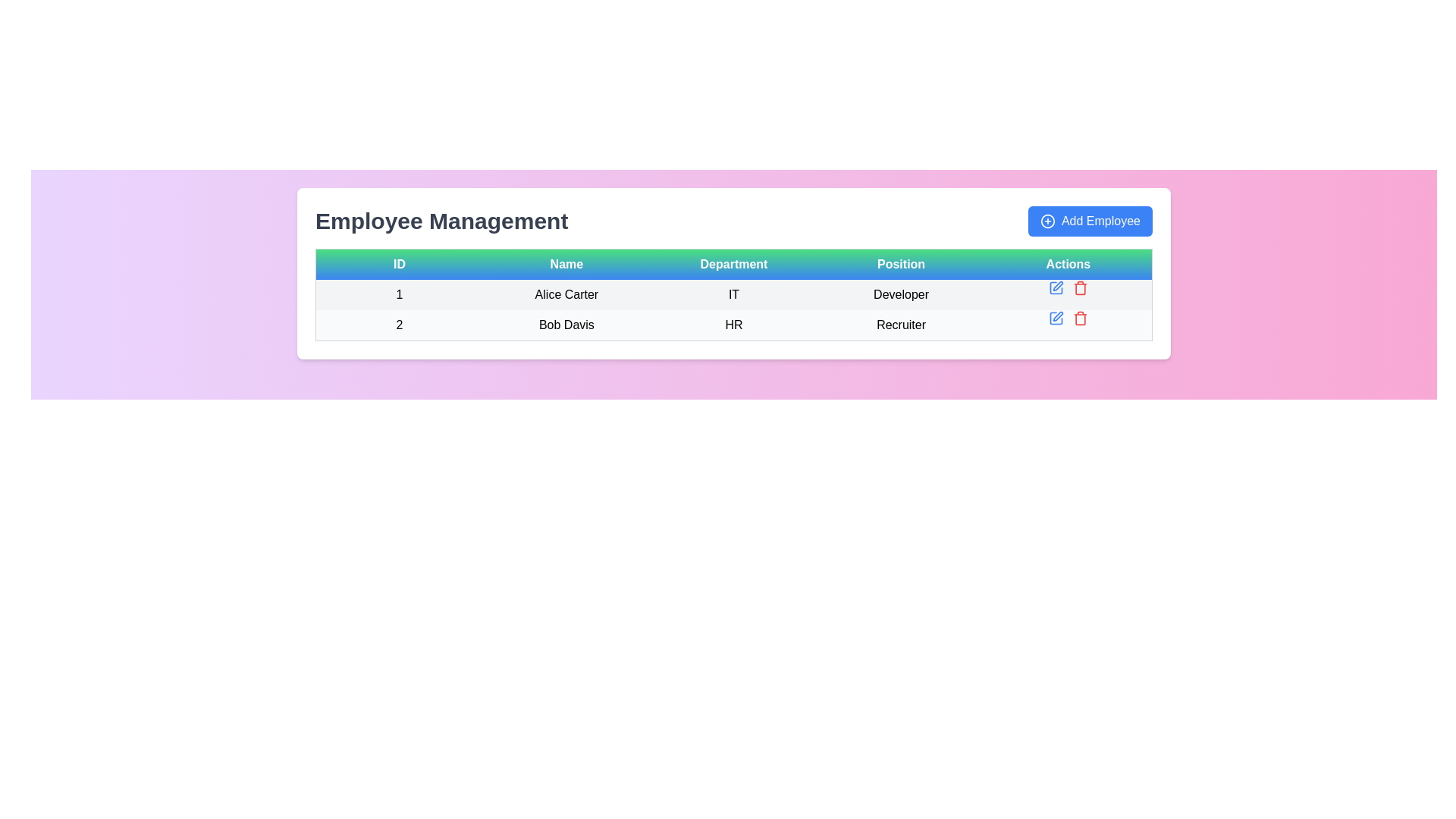 This screenshot has height=819, width=1456. I want to click on the text 'IT' in bold black font, which is located in the third column labeled 'Department' of the row for 'Alice Carter' in the Employee Management table, so click(734, 295).